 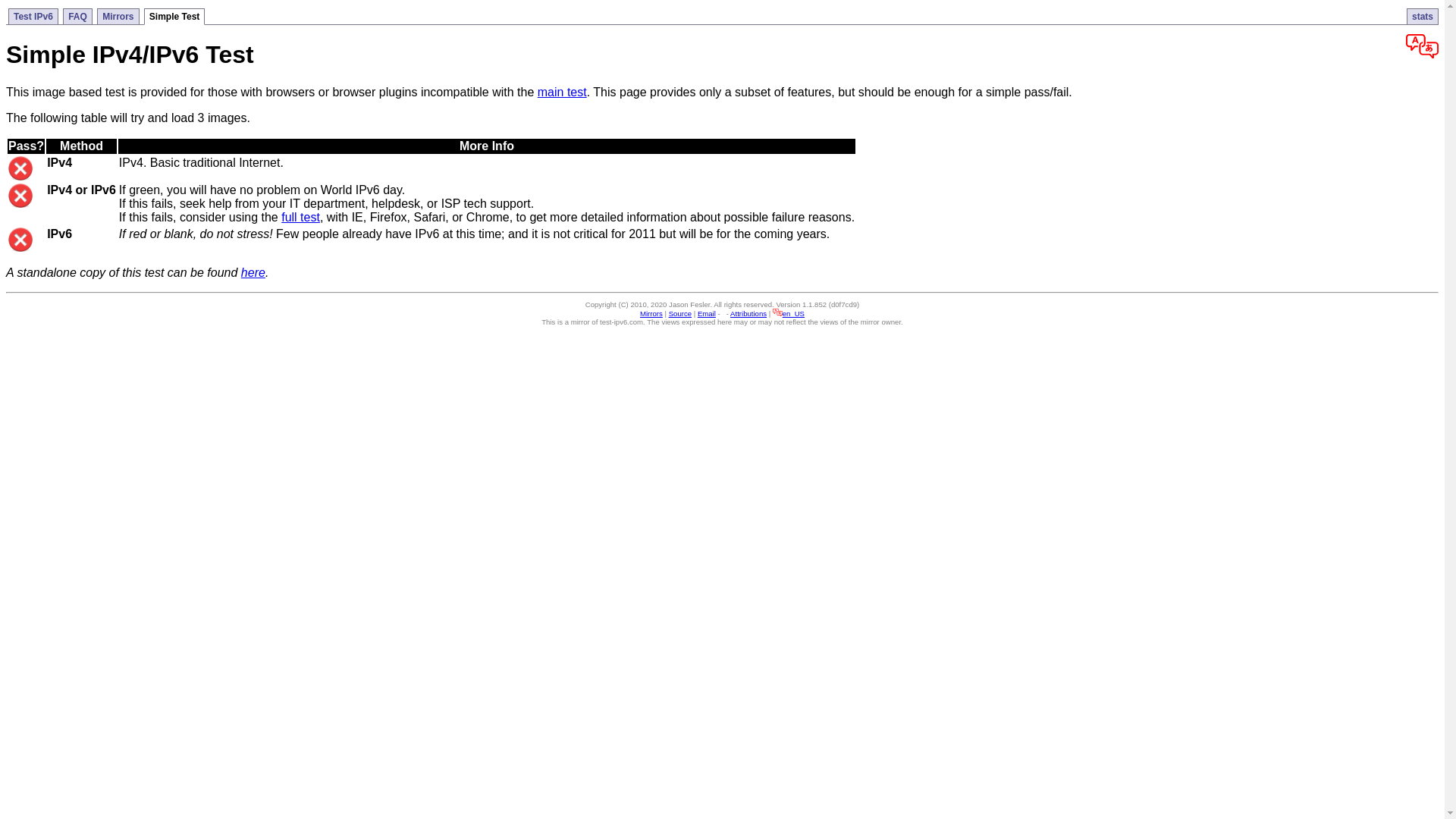 I want to click on 'Simple Test', so click(x=144, y=17).